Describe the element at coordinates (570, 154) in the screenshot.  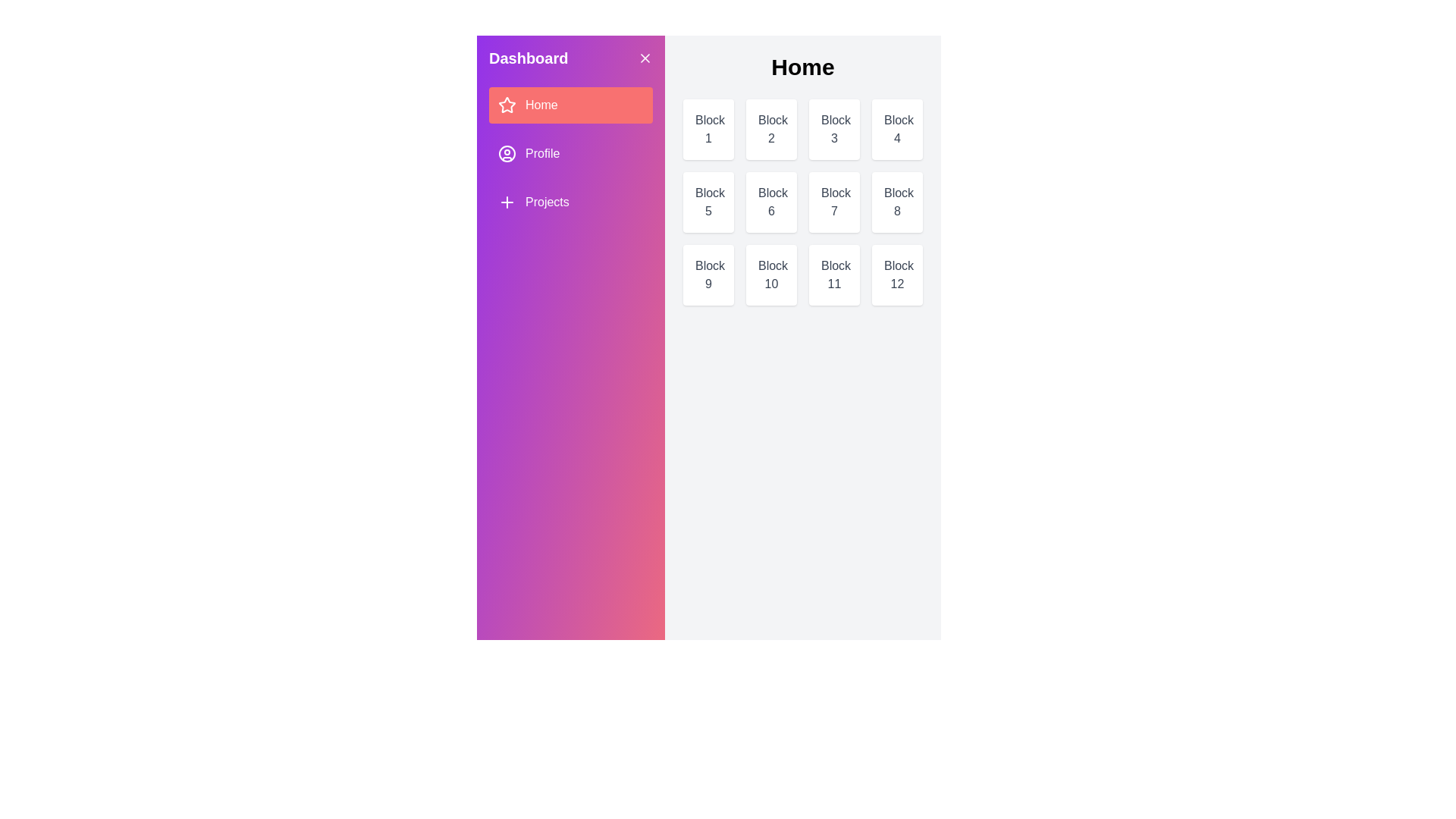
I see `the menu item corresponding to Profile to navigate to that section` at that location.